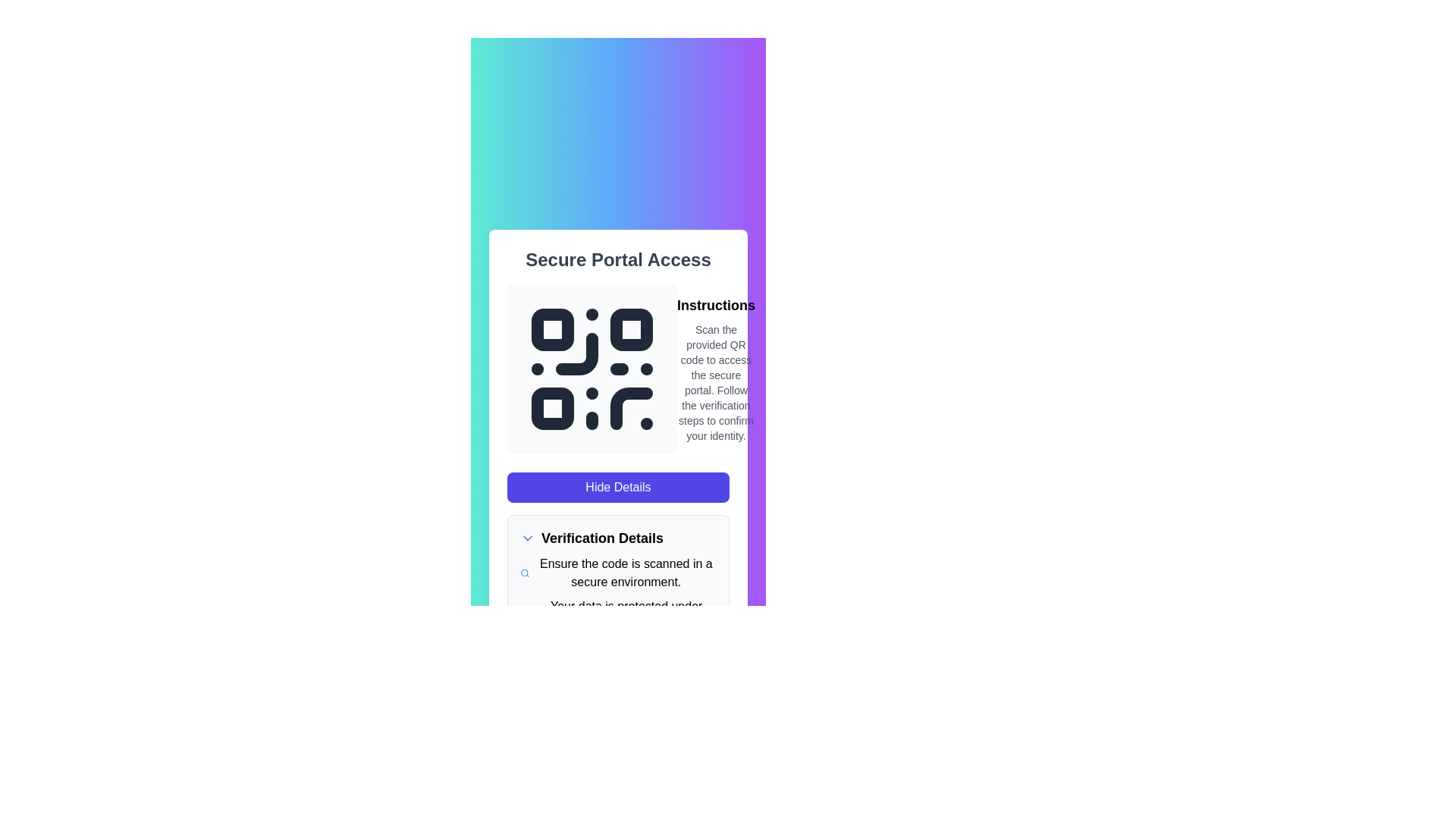  What do you see at coordinates (715, 382) in the screenshot?
I see `instructions from the descriptive text block styled with a gray font color, located below the 'Instructions' heading and beside the QR code graphic` at bounding box center [715, 382].